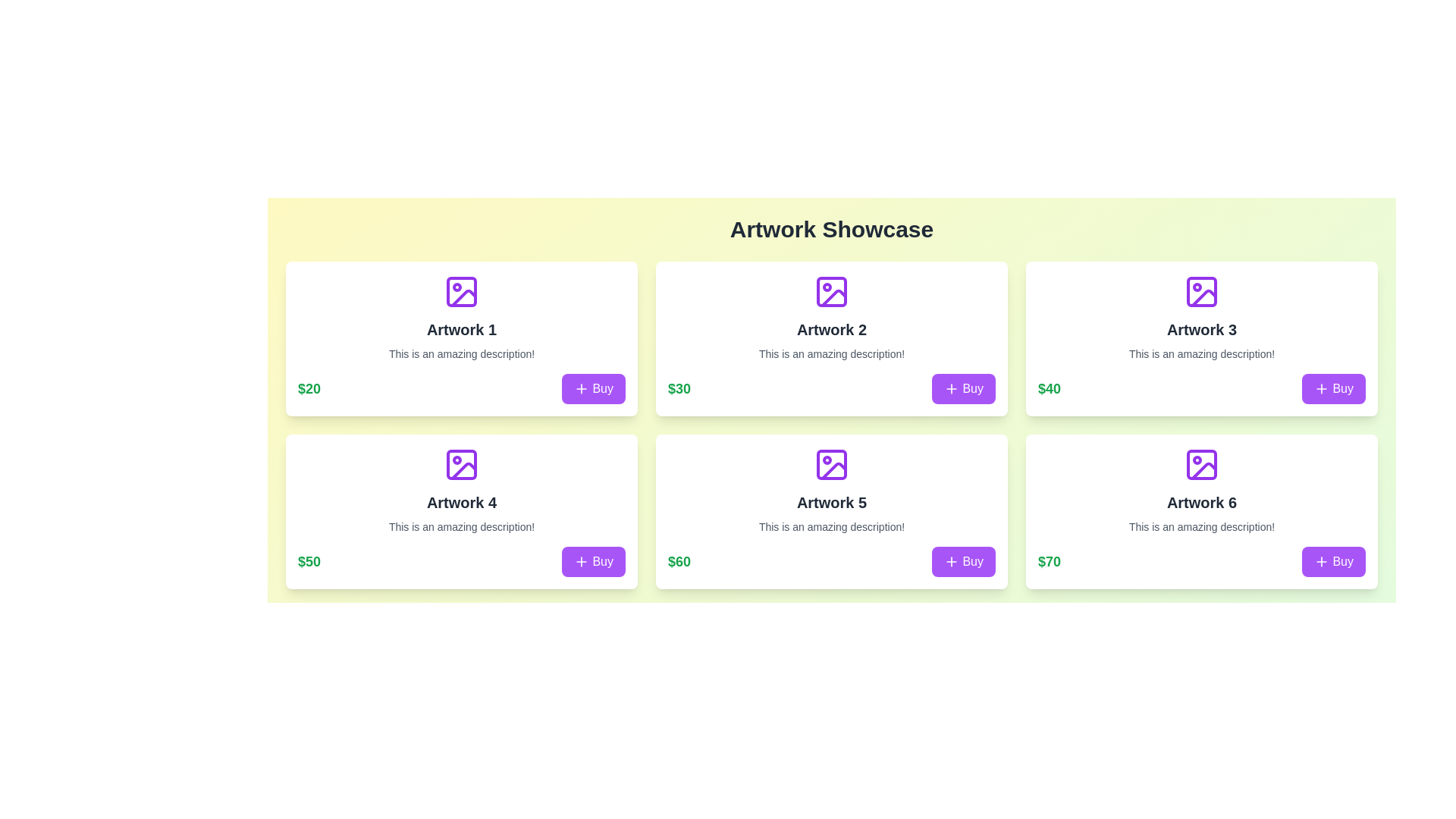  I want to click on the violet-colored photo icon with a circular sun or moon symbol in the top right card ('Artwork 3') of the second row in the grid, so click(1200, 292).